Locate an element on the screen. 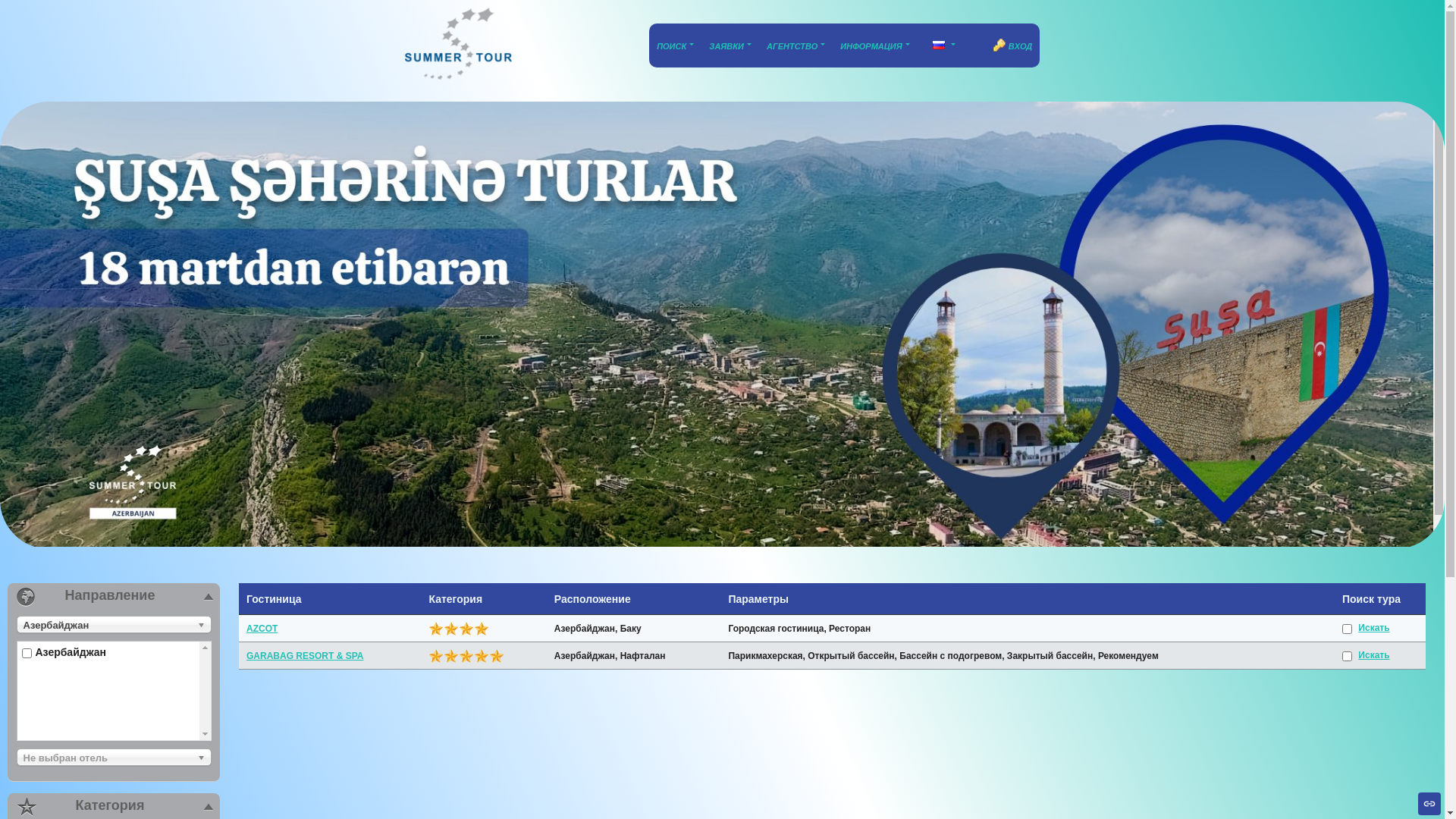 This screenshot has height=819, width=1456. 'GARABAG RESORT & SPA' is located at coordinates (304, 654).